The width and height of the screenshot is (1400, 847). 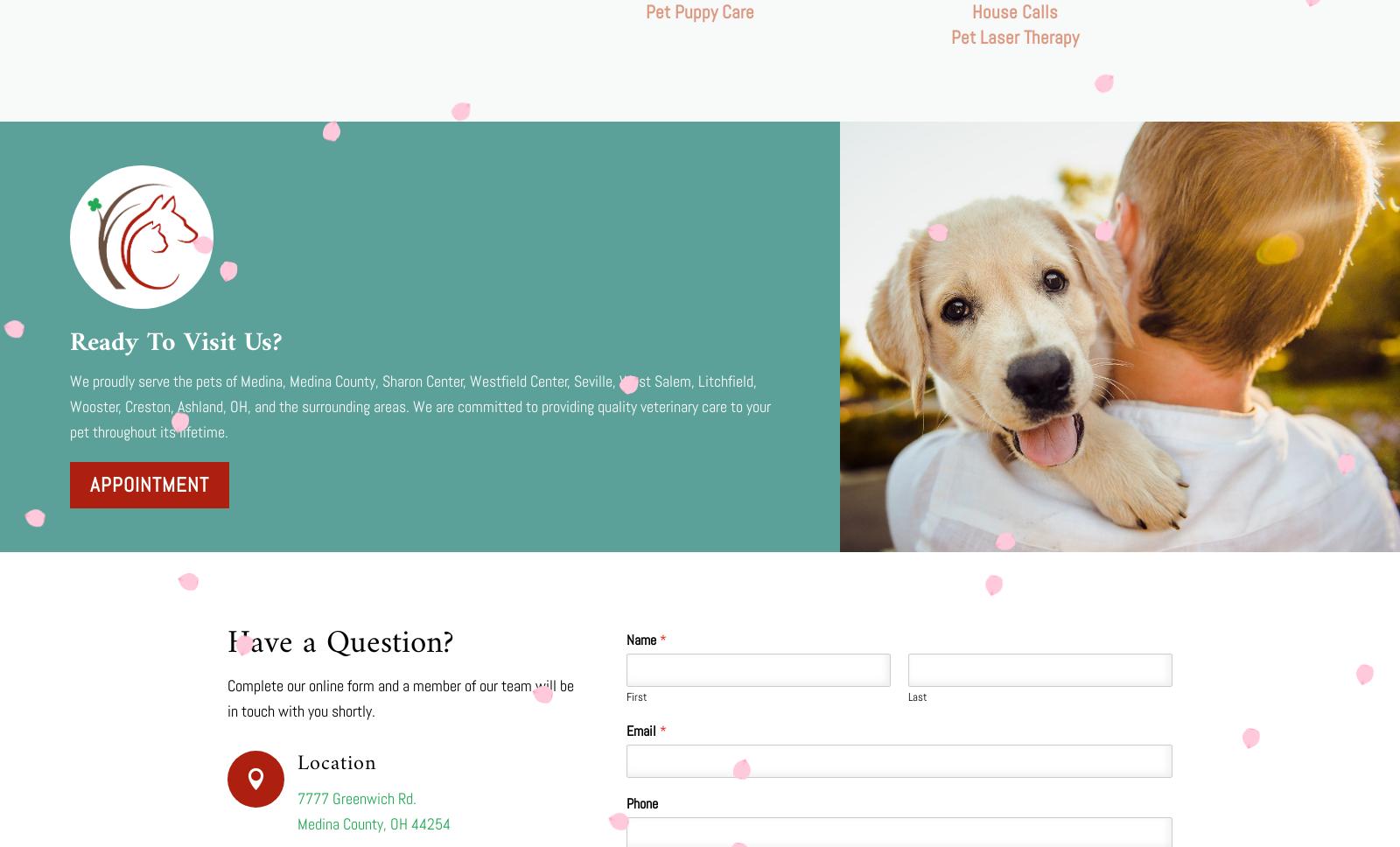 What do you see at coordinates (373, 822) in the screenshot?
I see `'Medina County, OH 44254'` at bounding box center [373, 822].